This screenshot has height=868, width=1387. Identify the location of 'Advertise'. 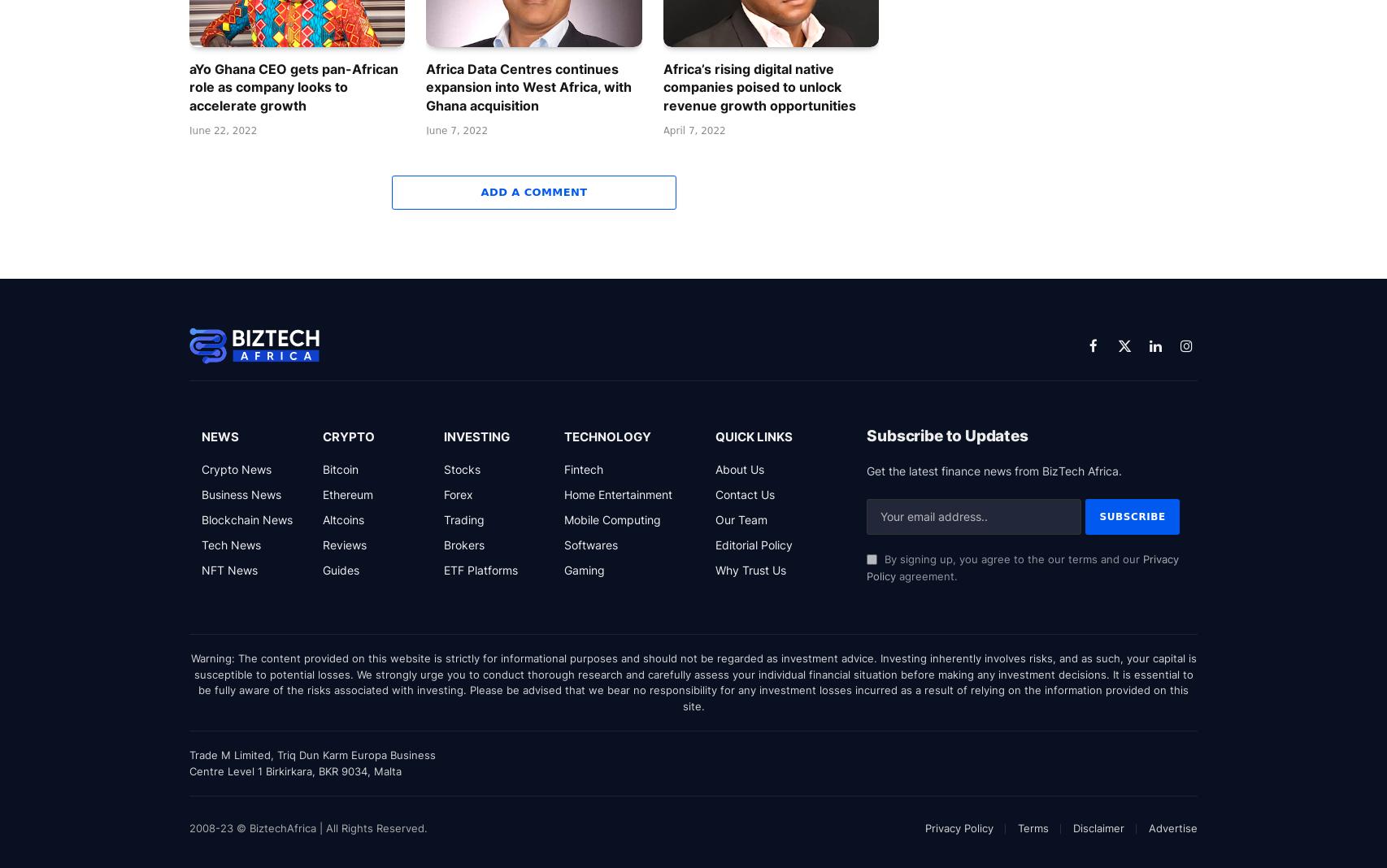
(1148, 827).